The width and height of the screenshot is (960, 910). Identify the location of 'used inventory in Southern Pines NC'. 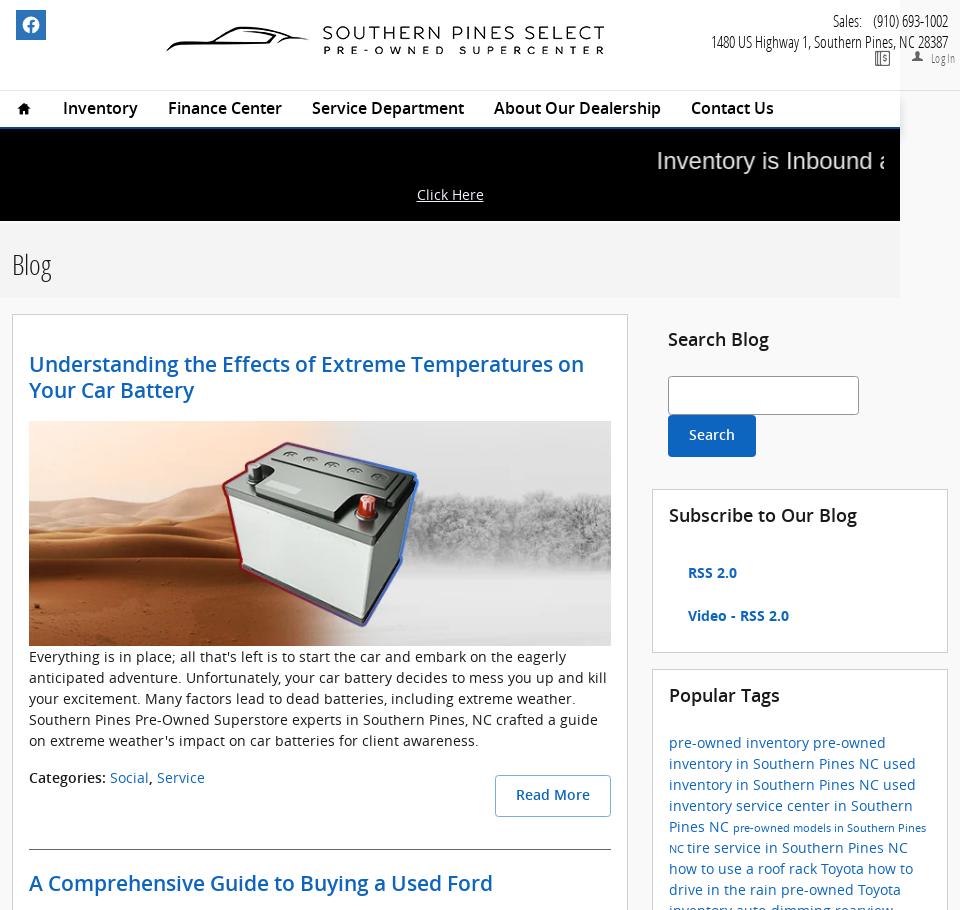
(669, 773).